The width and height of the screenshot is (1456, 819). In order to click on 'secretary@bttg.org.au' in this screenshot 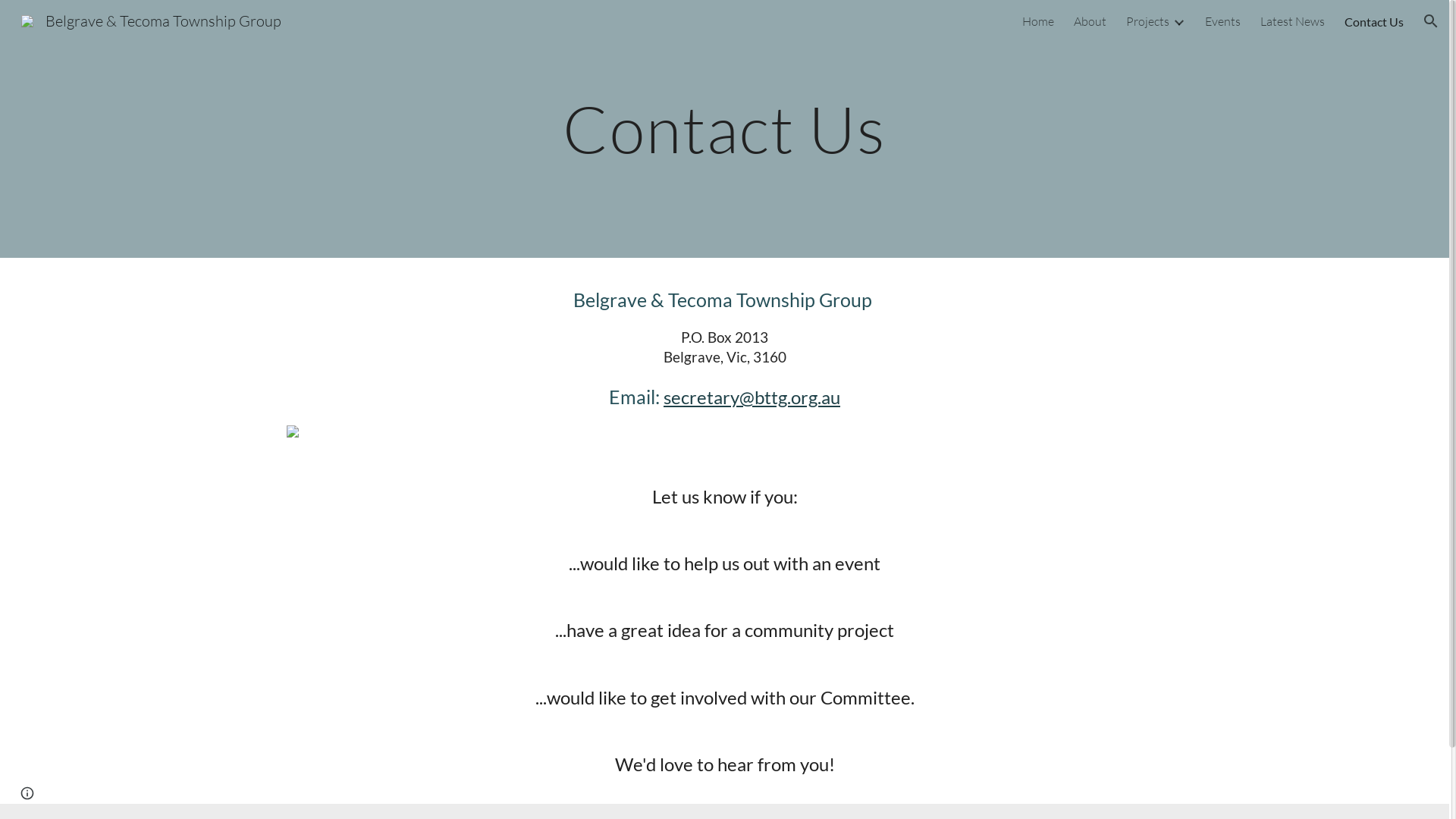, I will do `click(663, 396)`.